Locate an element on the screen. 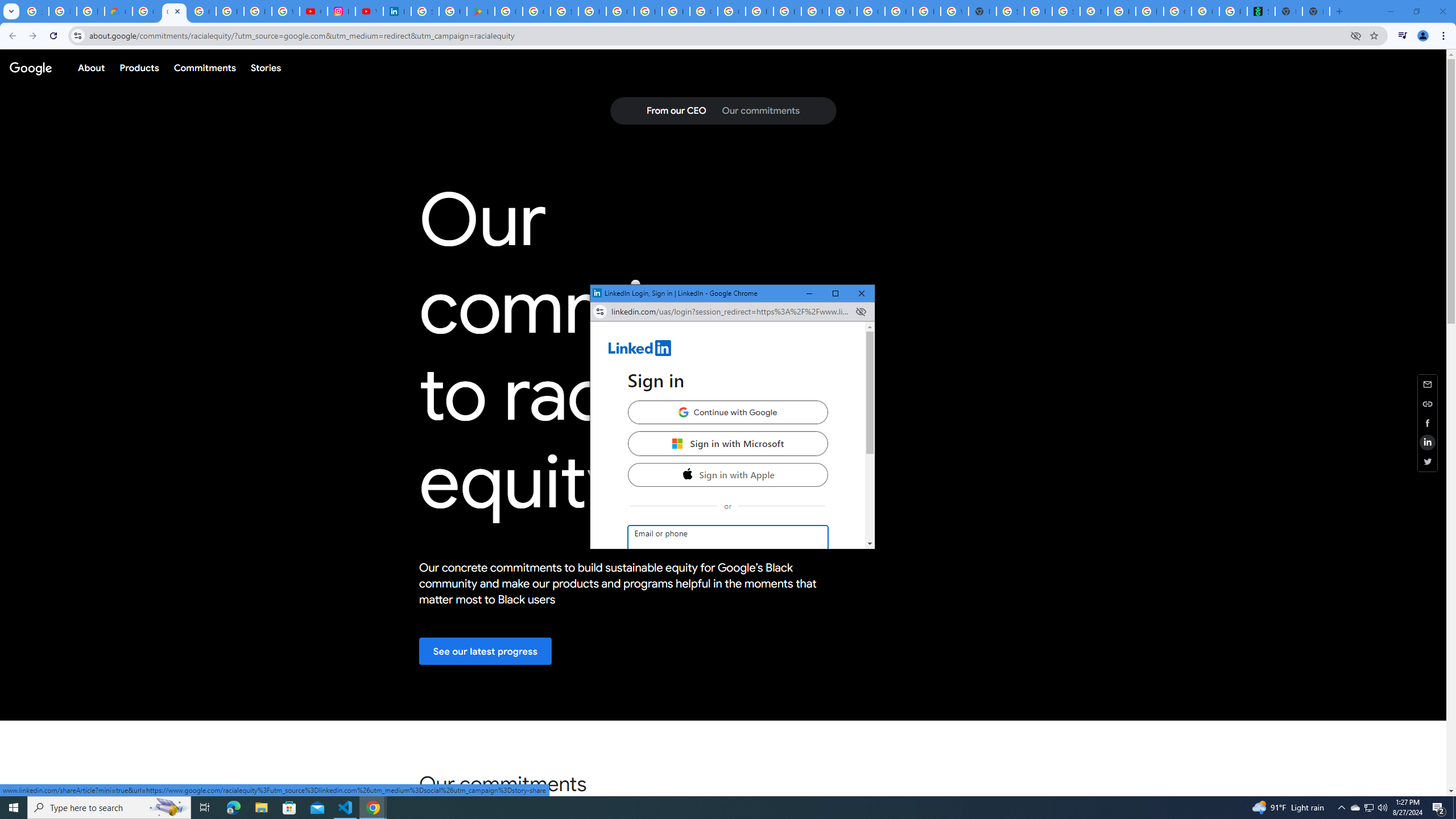 The width and height of the screenshot is (1456, 819). 'Notification Chevron' is located at coordinates (1342, 806).